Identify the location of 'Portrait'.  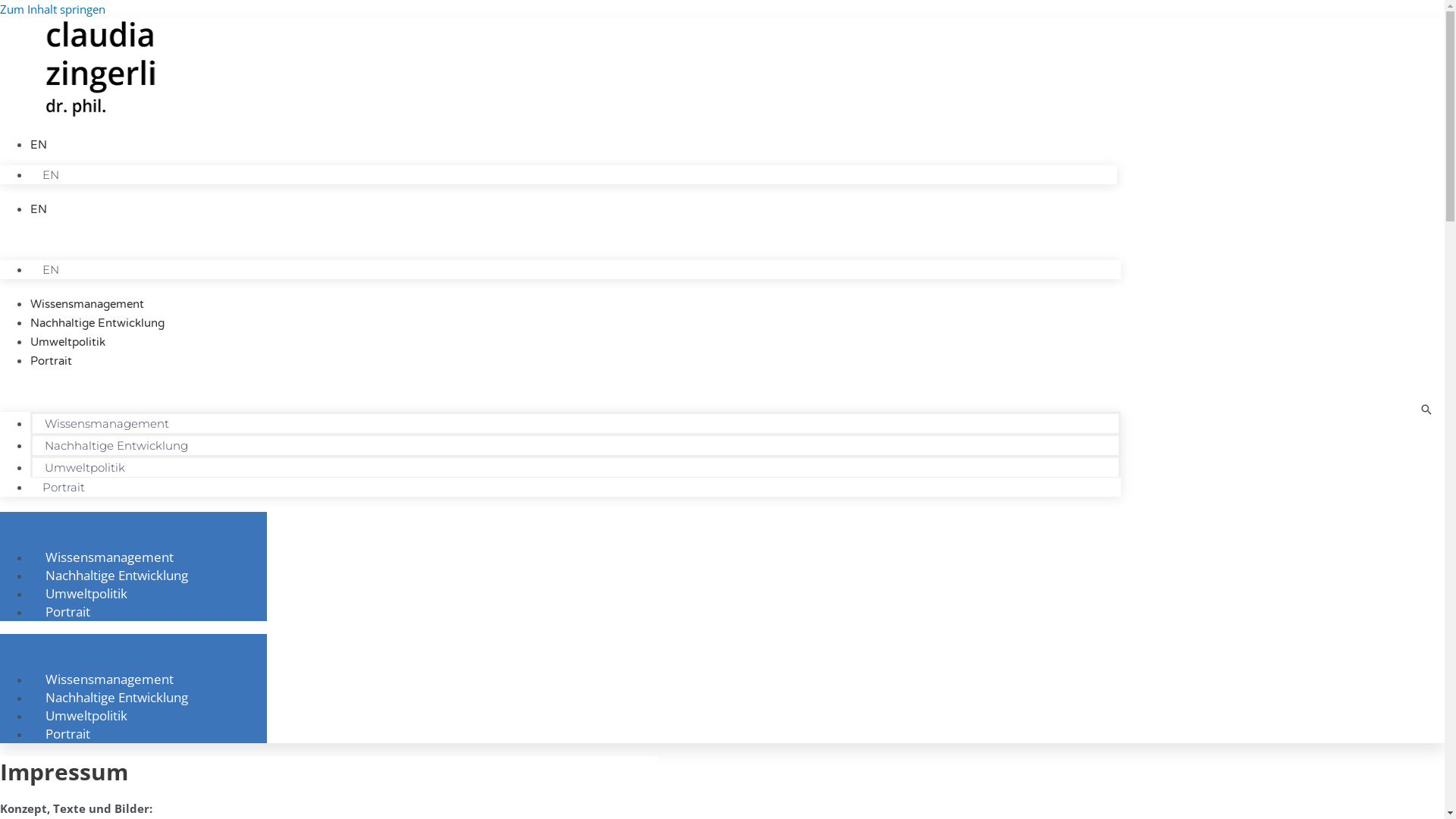
(62, 487).